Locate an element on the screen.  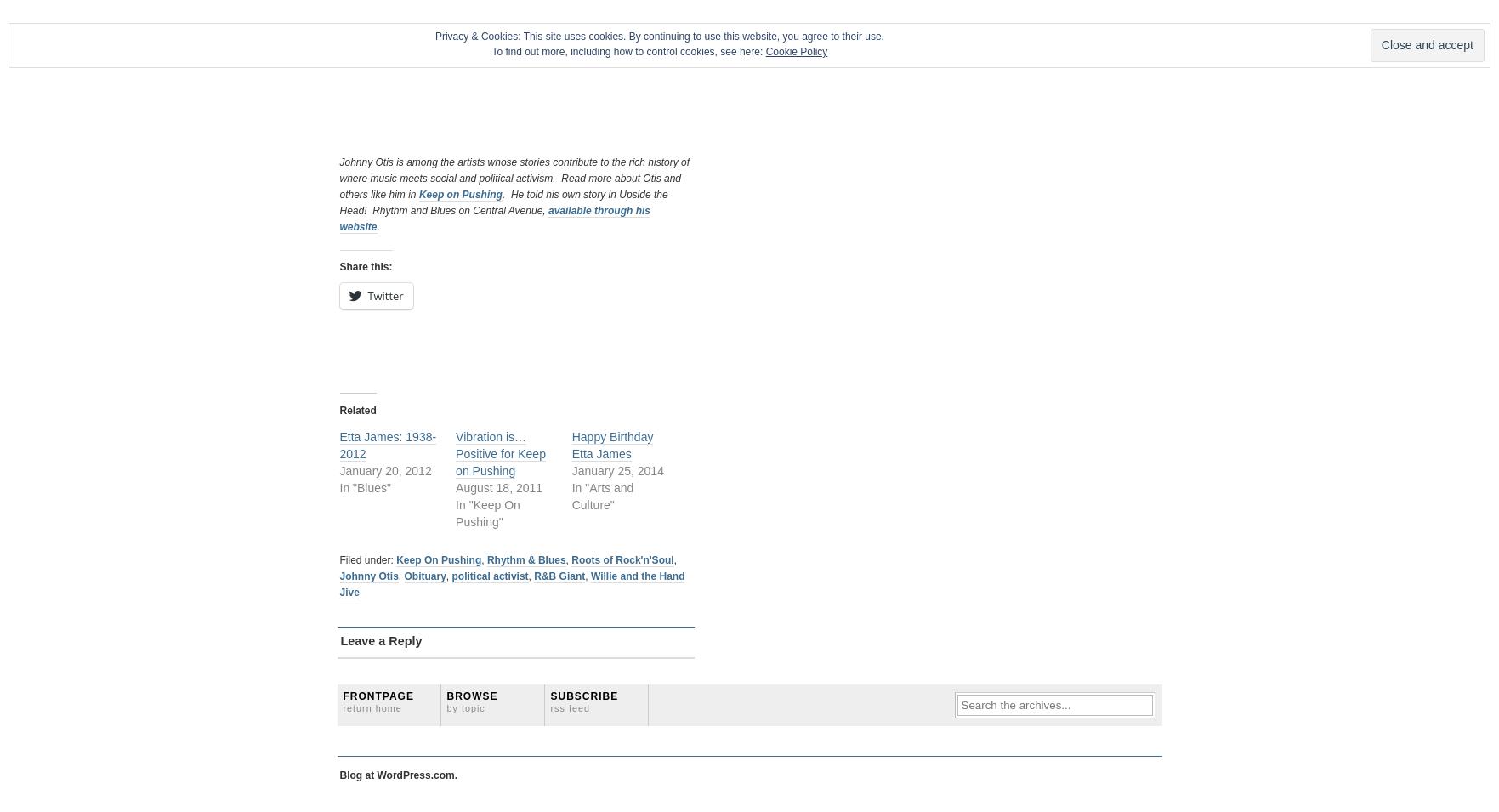
'Return home' is located at coordinates (372, 708).